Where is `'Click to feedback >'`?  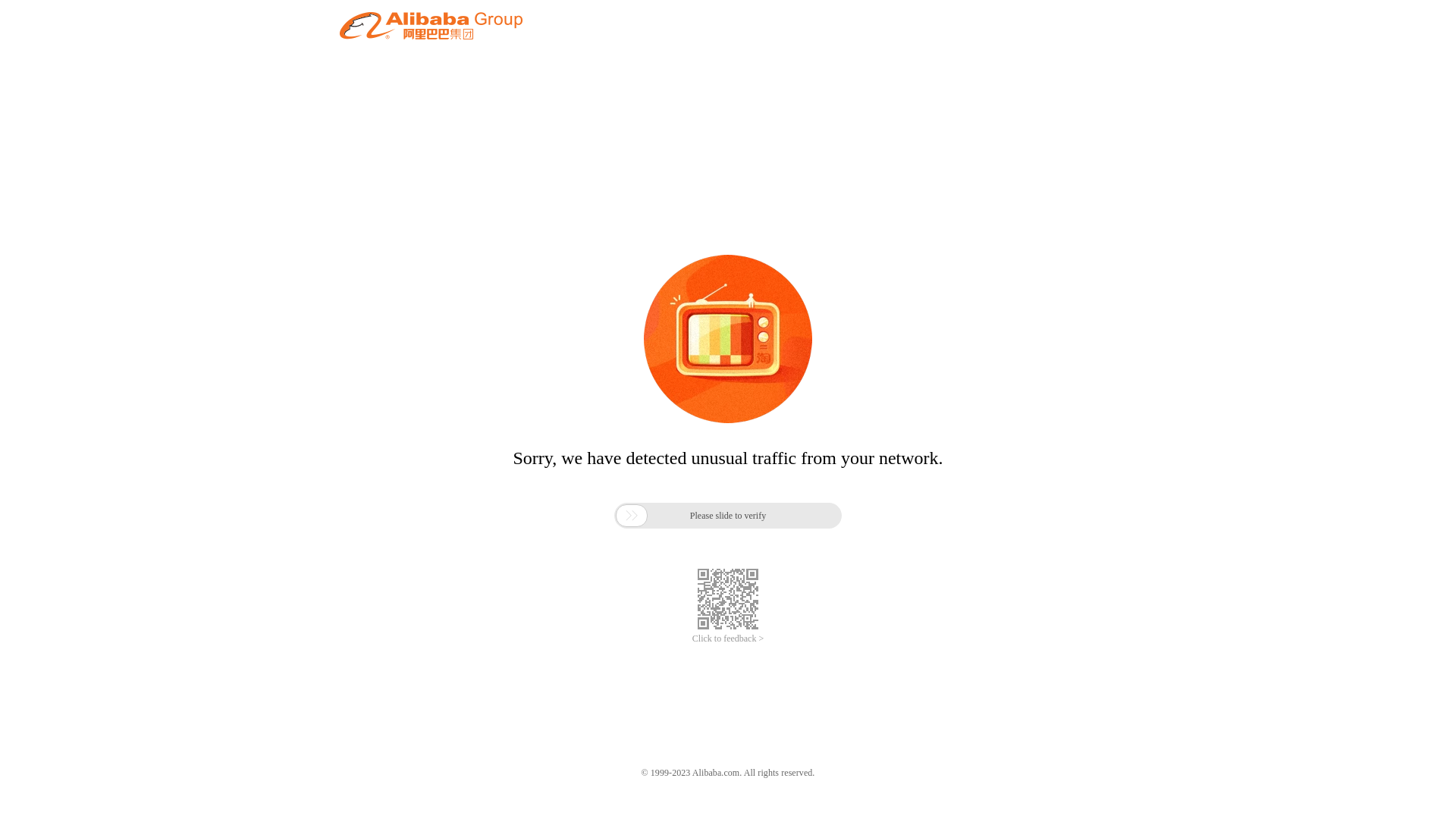 'Click to feedback >' is located at coordinates (728, 639).